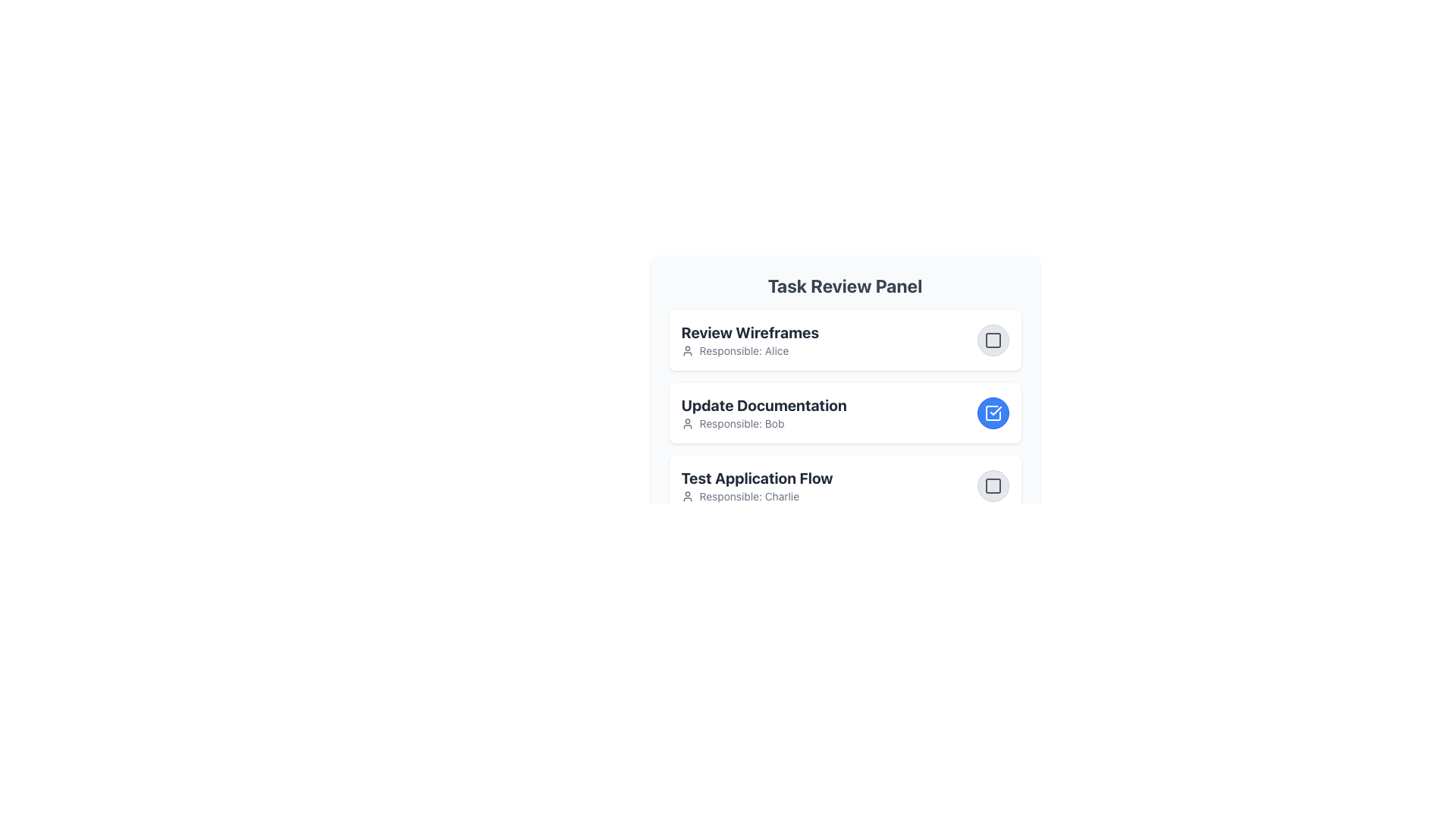 The height and width of the screenshot is (819, 1456). Describe the element at coordinates (686, 497) in the screenshot. I see `the user icon representing the third entry in the 'Task Review Panel', adjacent to the text 'Responsible: Charlie'` at that location.